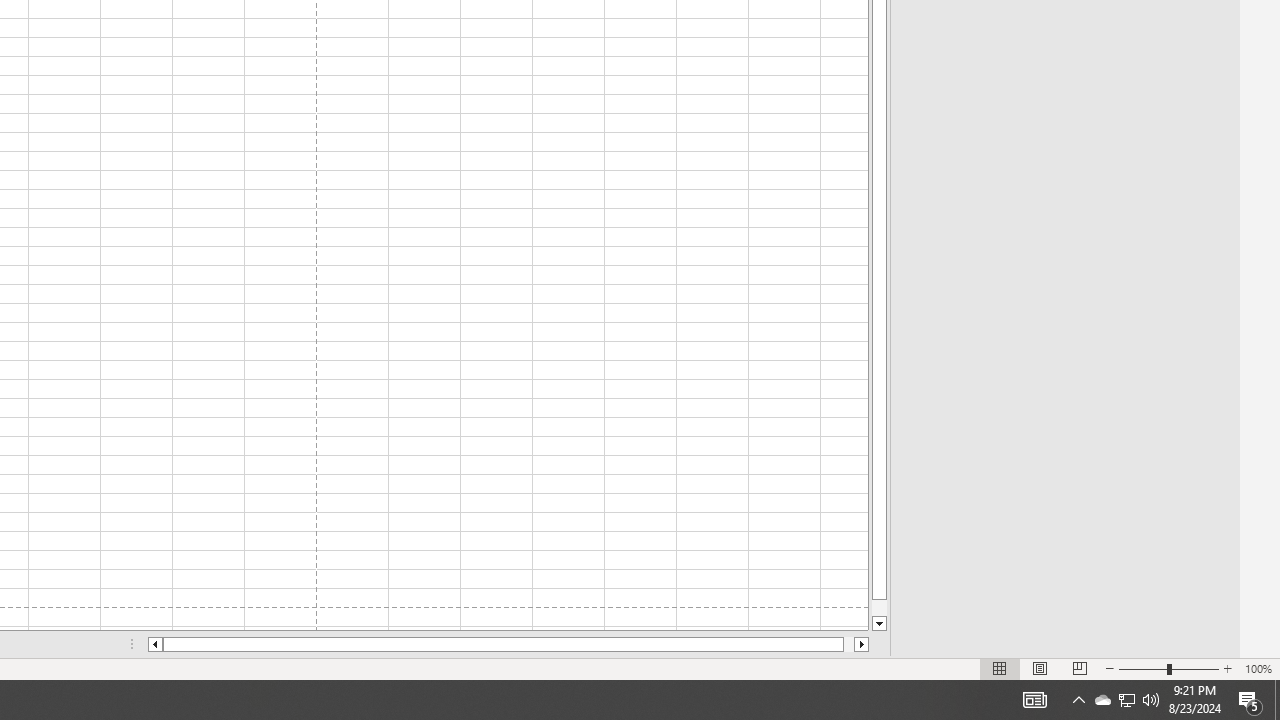 This screenshot has height=720, width=1280. Describe the element at coordinates (879, 623) in the screenshot. I see `'Line down'` at that location.